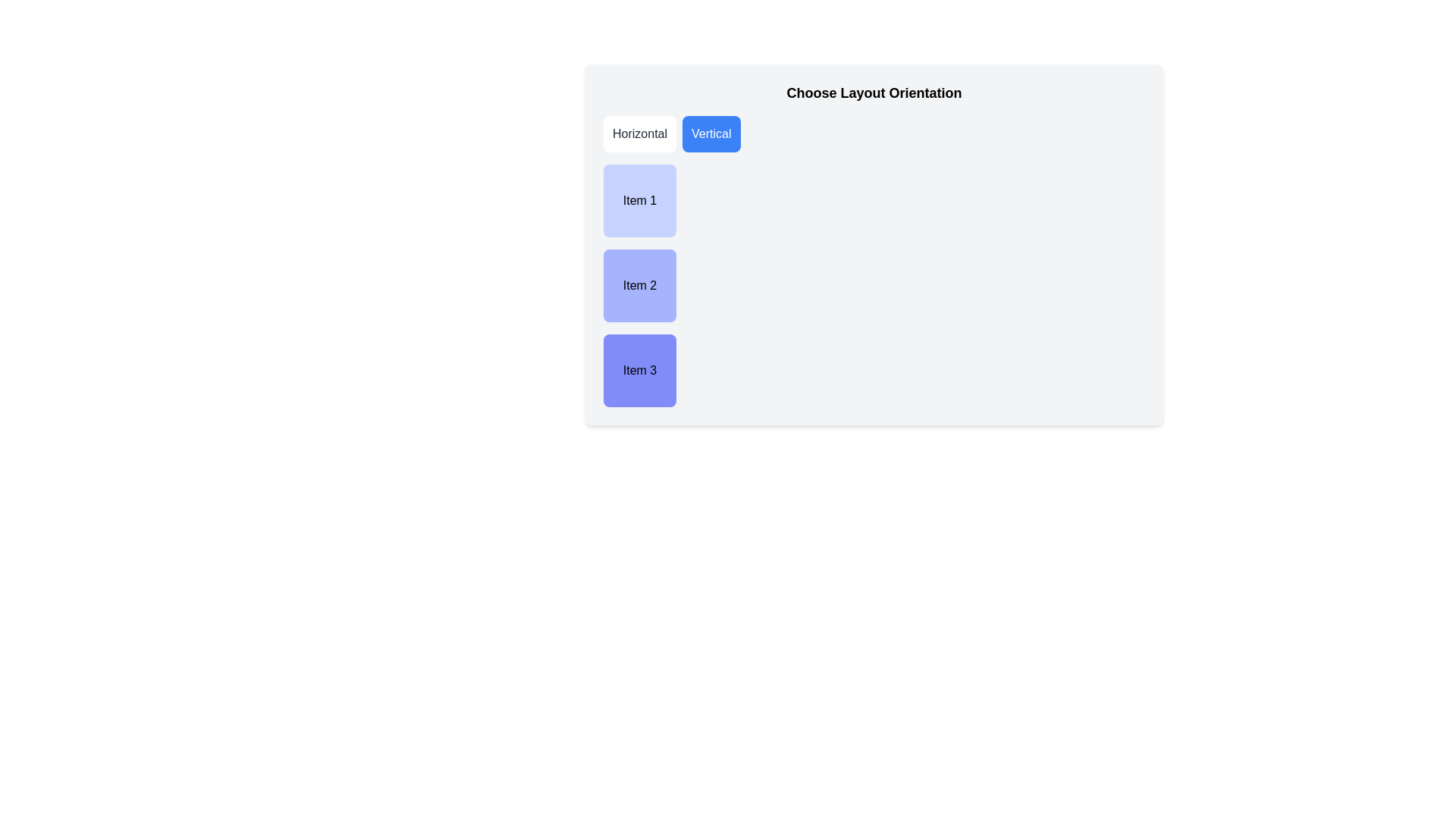  I want to click on the first labeled, non-interactive item in the vertical list, located below the 'Horizontal' and 'Vertical' buttons, so click(640, 200).